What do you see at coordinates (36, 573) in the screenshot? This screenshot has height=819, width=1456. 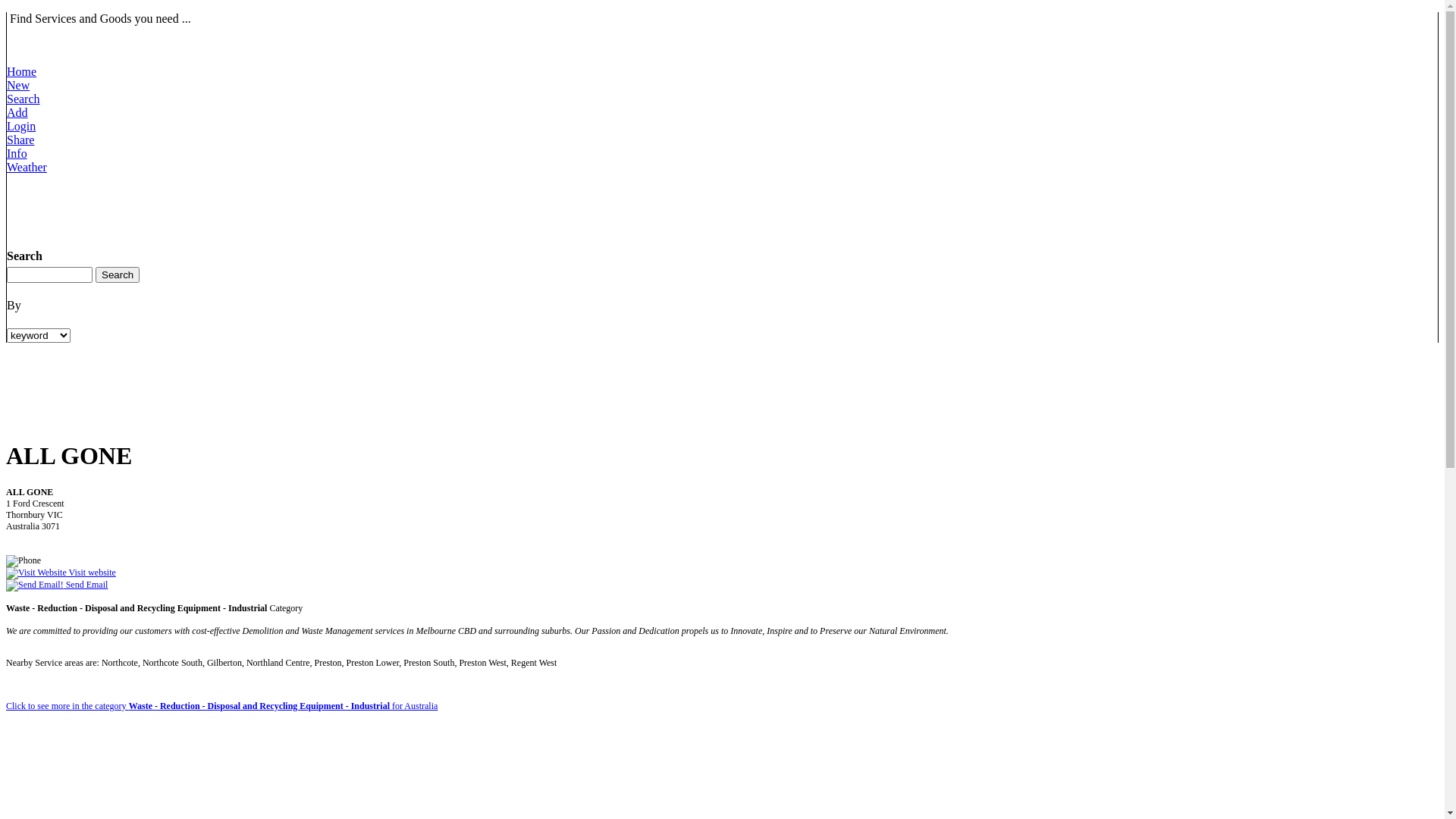 I see `'Visit Website'` at bounding box center [36, 573].